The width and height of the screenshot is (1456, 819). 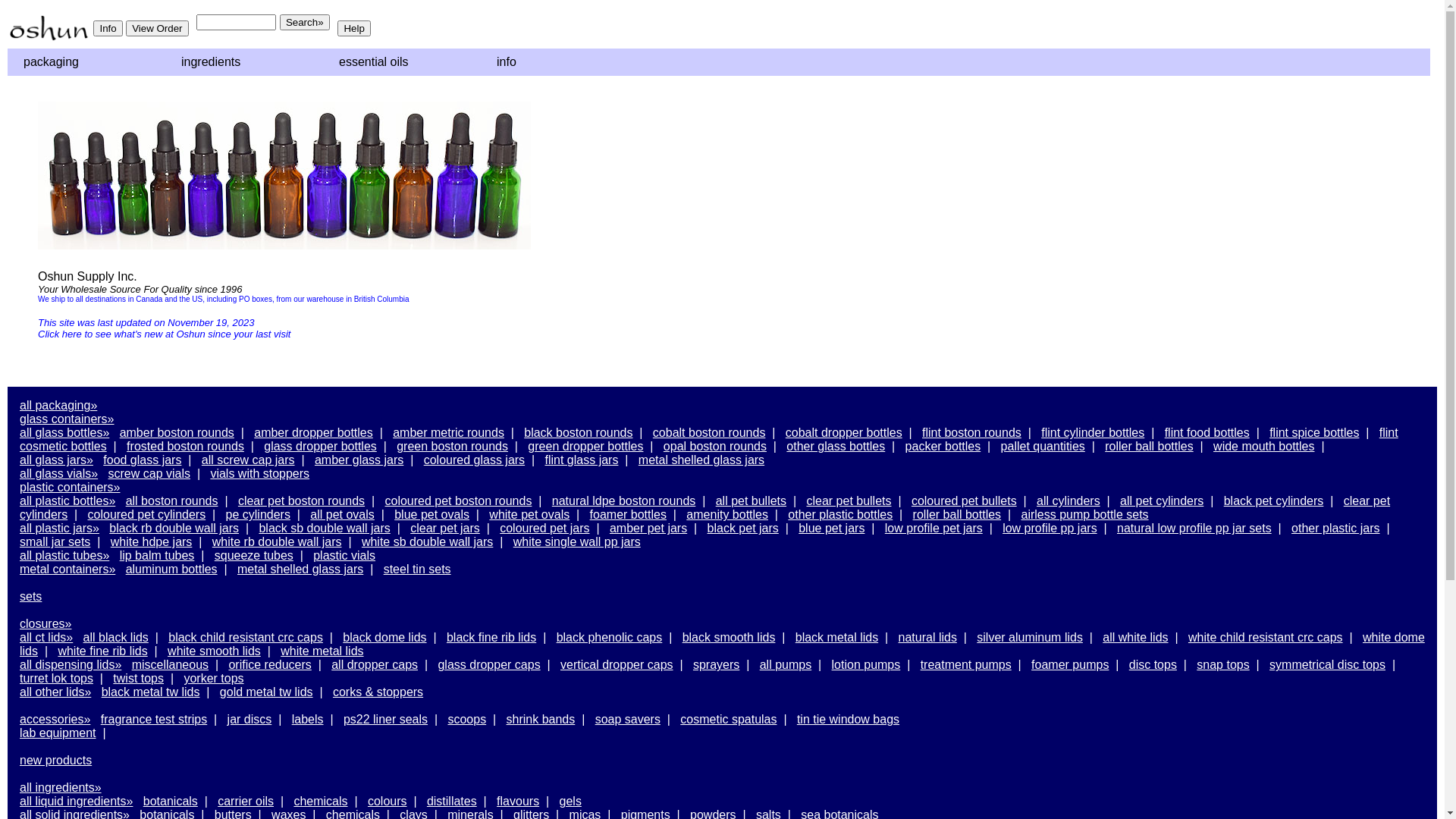 I want to click on 'sets', so click(x=30, y=595).